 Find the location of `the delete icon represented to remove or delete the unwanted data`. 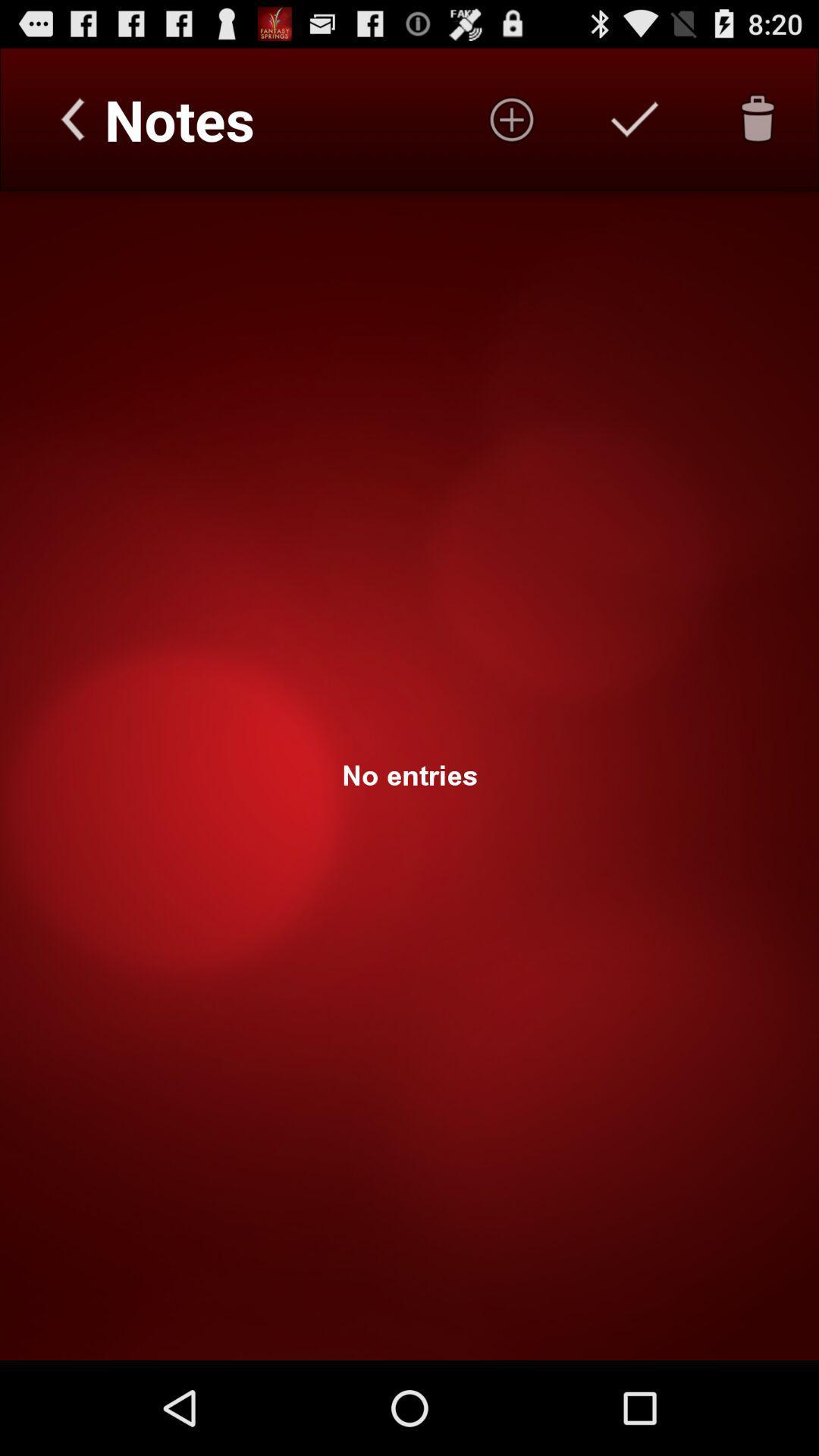

the delete icon represented to remove or delete the unwanted data is located at coordinates (758, 118).